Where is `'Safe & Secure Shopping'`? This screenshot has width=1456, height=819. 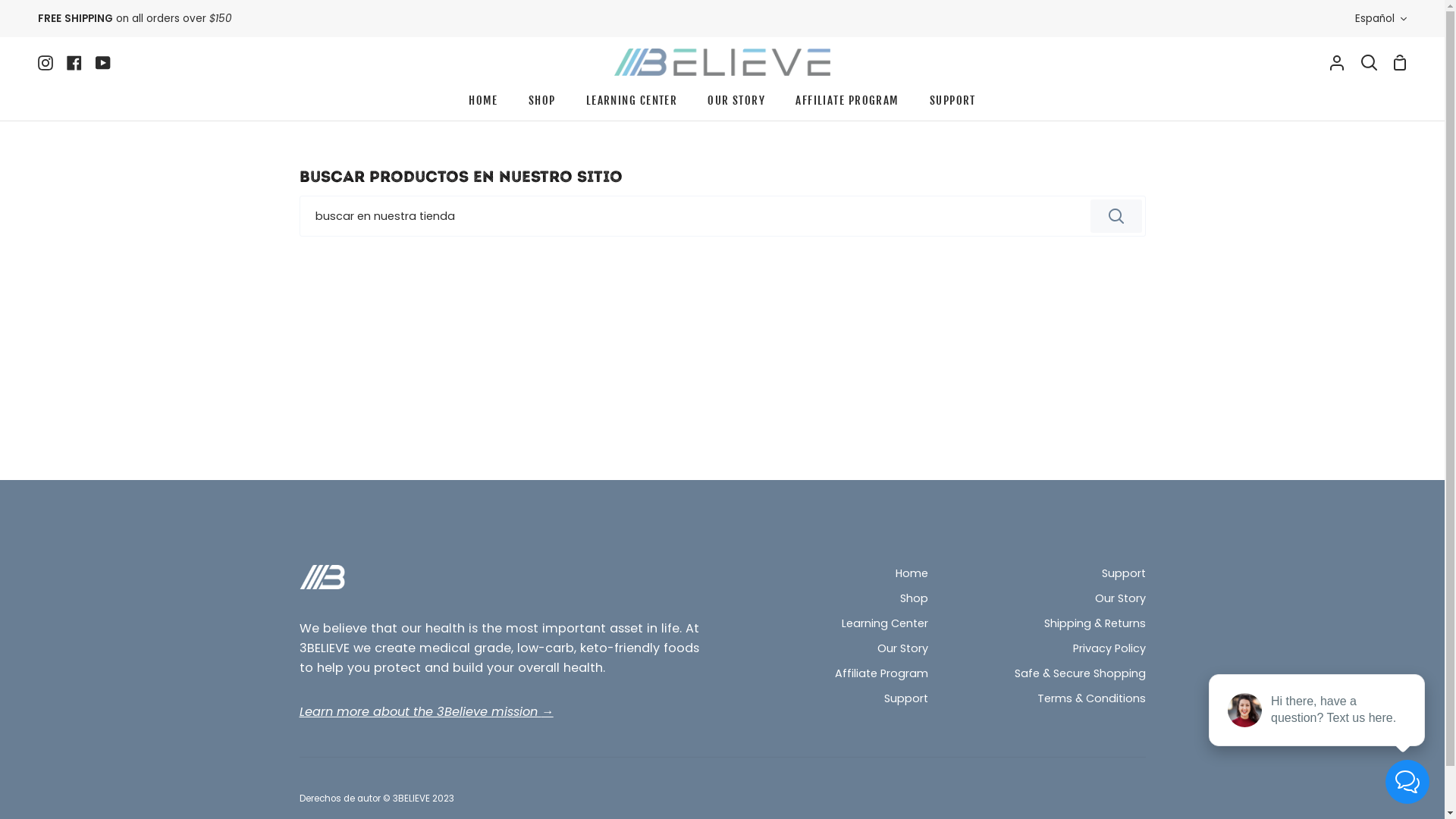
'Safe & Secure Shopping' is located at coordinates (1079, 674).